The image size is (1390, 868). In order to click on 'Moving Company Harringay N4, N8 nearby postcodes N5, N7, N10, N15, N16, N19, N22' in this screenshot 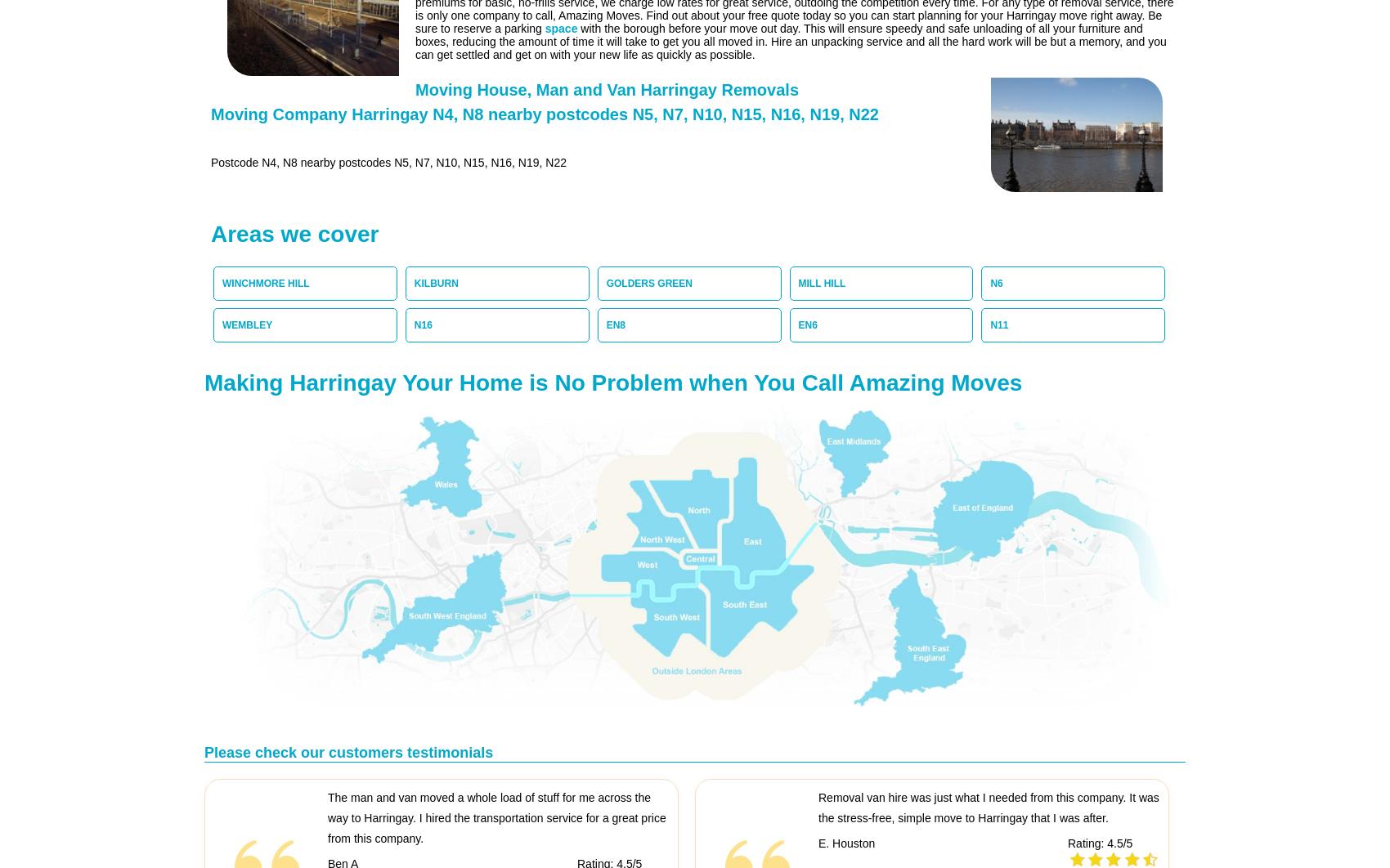, I will do `click(545, 114)`.